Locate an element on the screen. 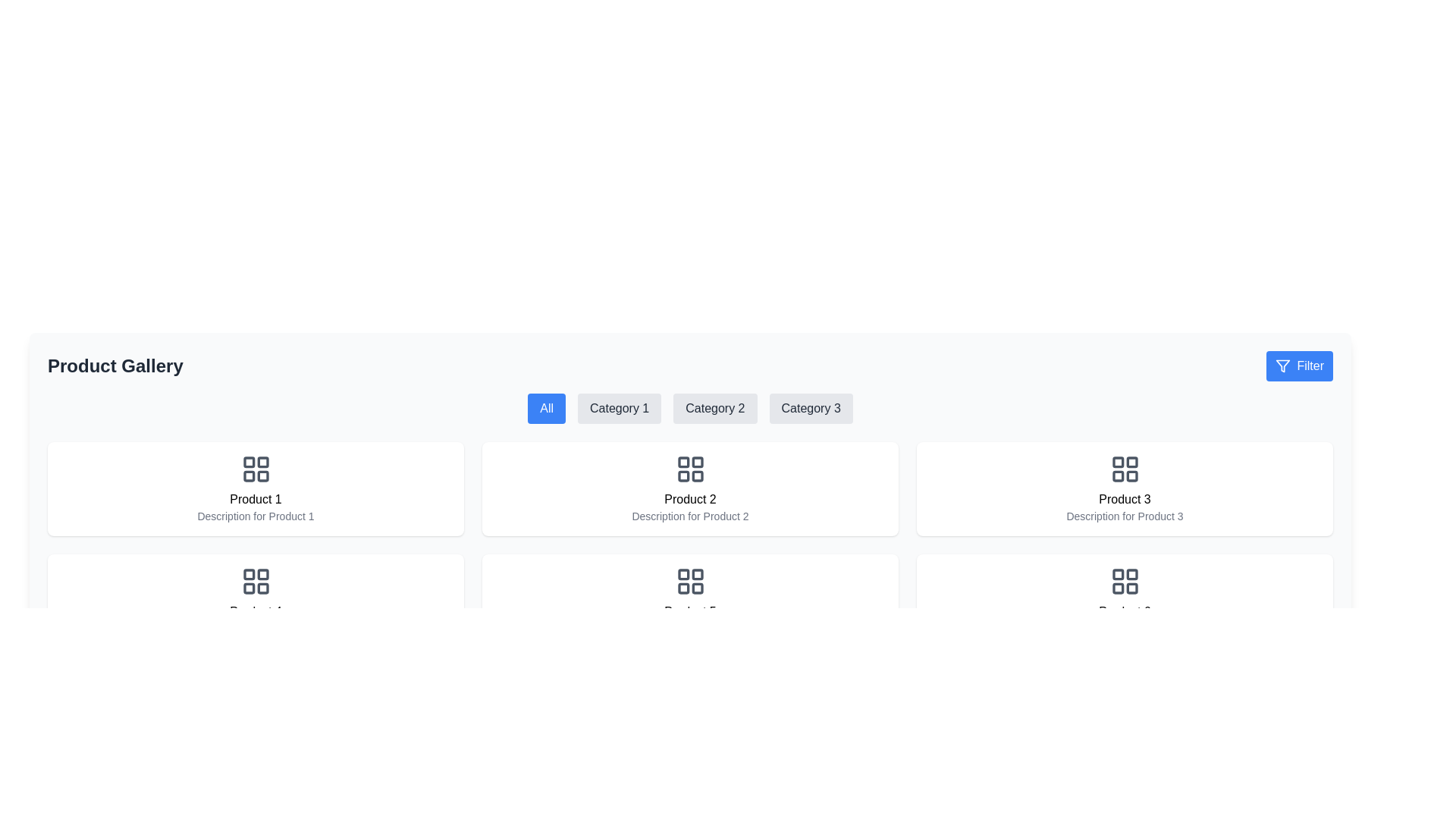  the Card in the top-right section of the grid layout, which features a centered grid icon and the text 'Product 3' with its description below is located at coordinates (1125, 488).